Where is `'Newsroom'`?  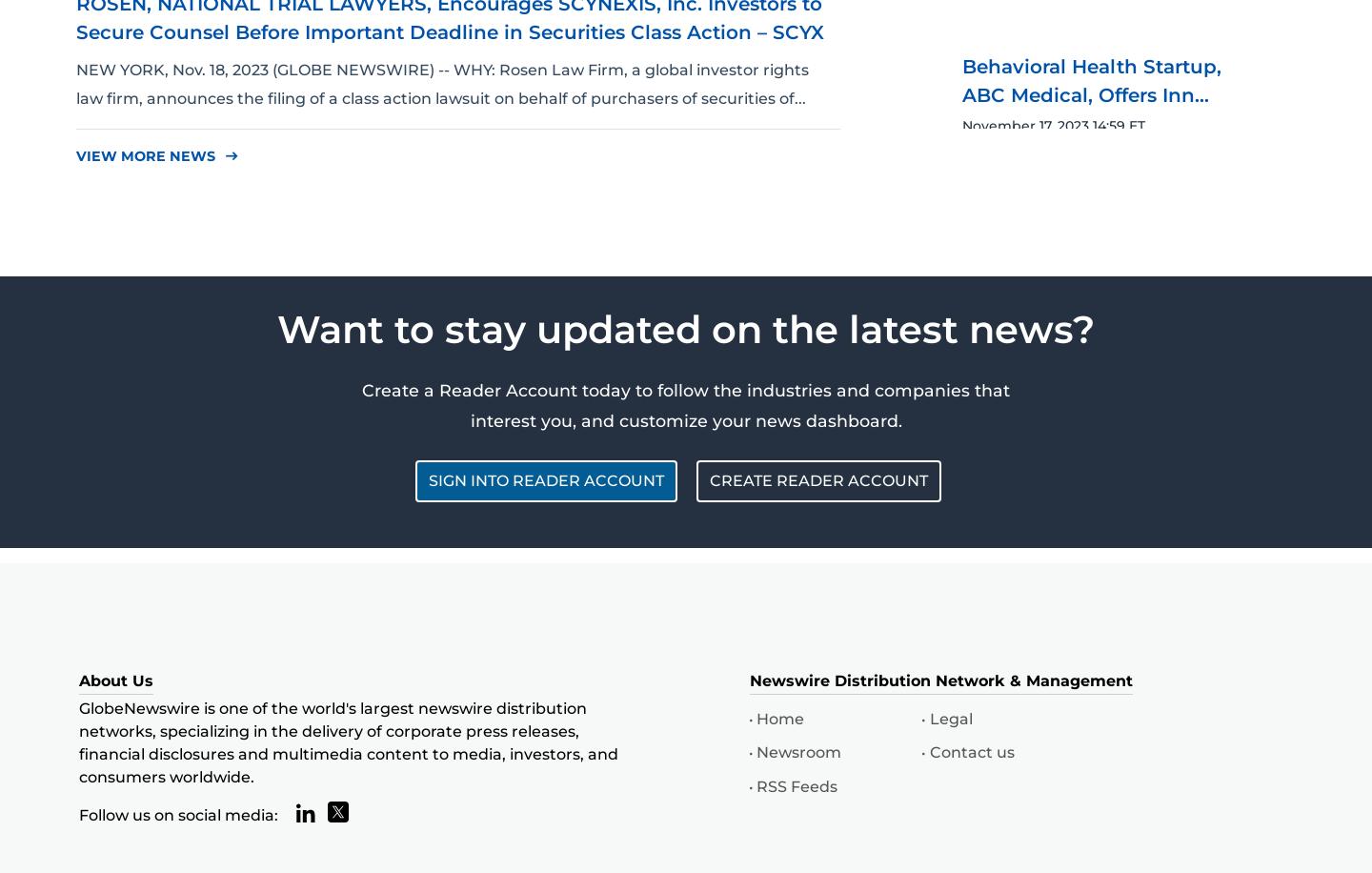
'Newsroom' is located at coordinates (798, 751).